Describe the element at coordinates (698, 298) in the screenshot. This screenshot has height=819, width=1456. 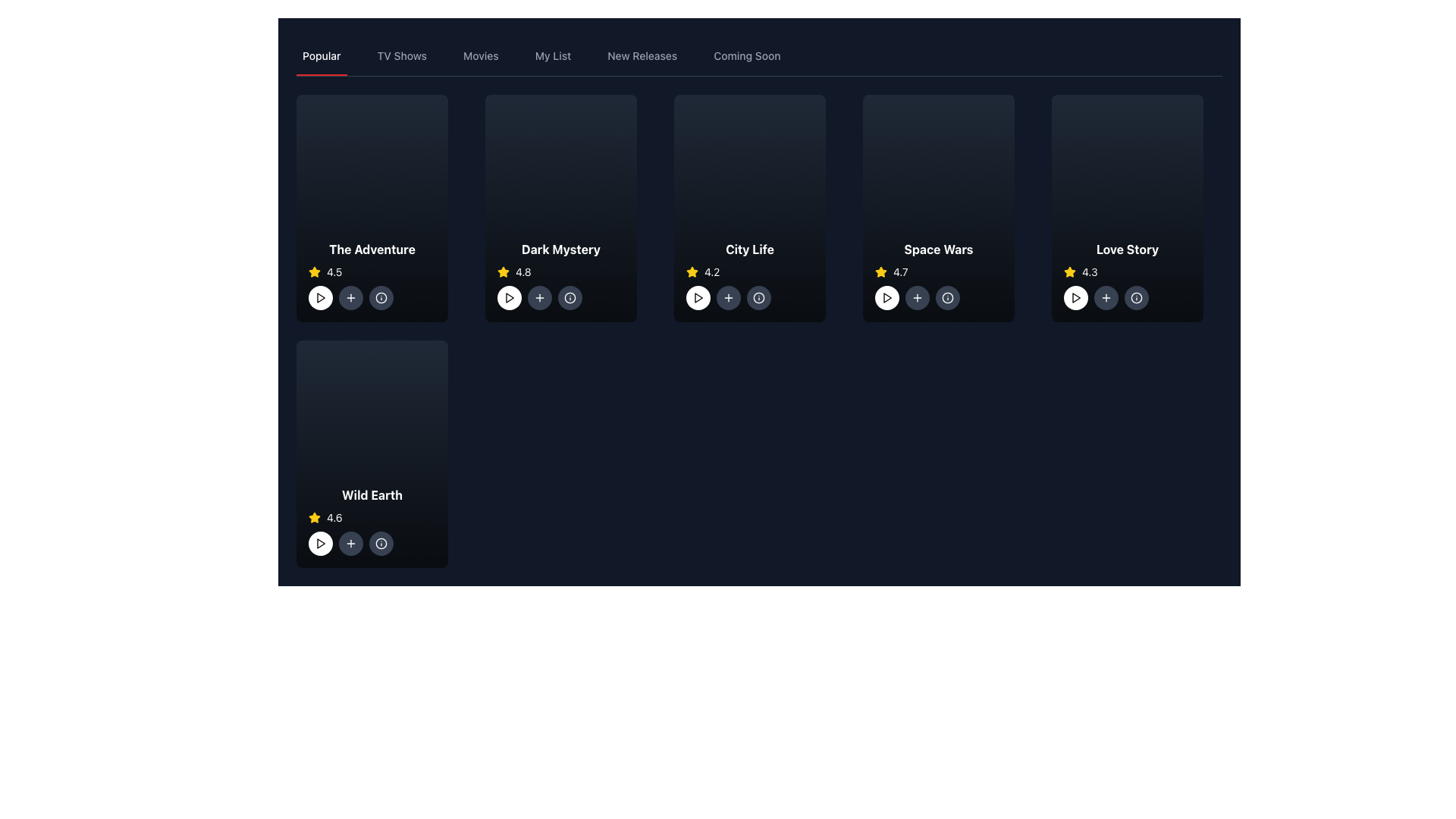
I see `the playback button located under the 'City Life' card, which is the first button in a horizontal arrangement of interactive buttons` at that location.